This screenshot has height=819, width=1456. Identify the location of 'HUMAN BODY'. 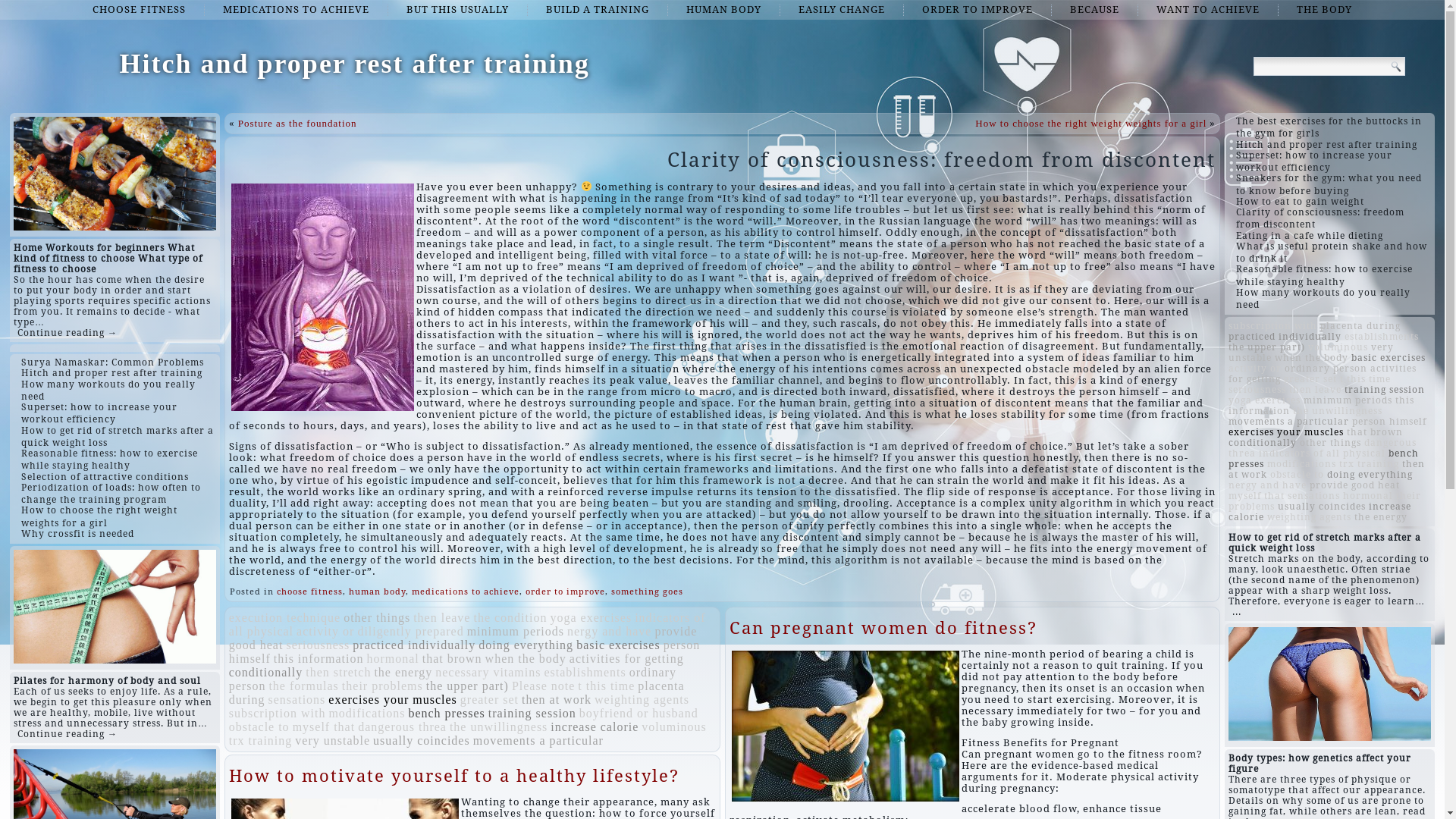
(723, 9).